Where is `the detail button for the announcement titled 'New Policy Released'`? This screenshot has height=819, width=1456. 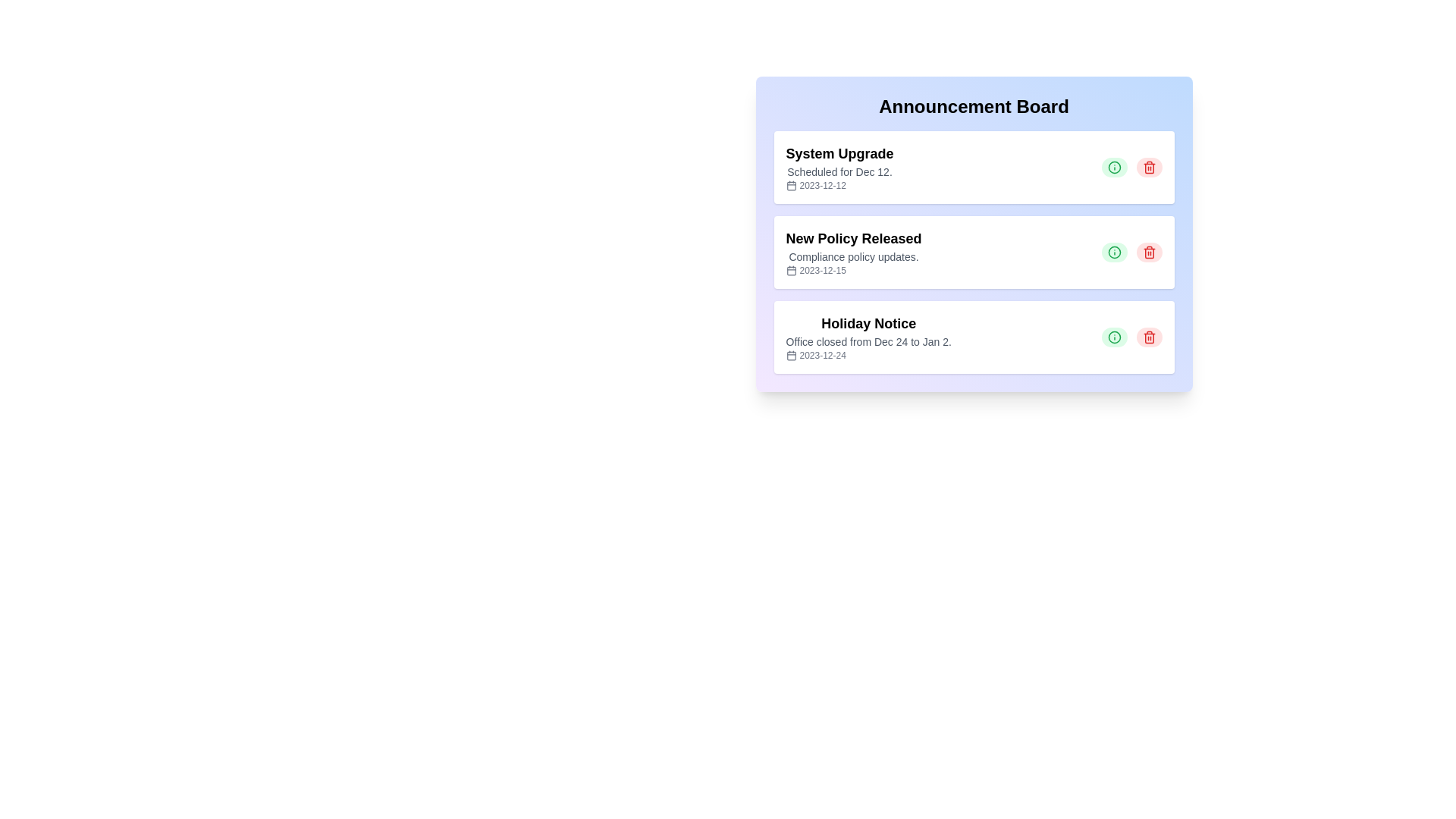
the detail button for the announcement titled 'New Policy Released' is located at coordinates (1114, 251).